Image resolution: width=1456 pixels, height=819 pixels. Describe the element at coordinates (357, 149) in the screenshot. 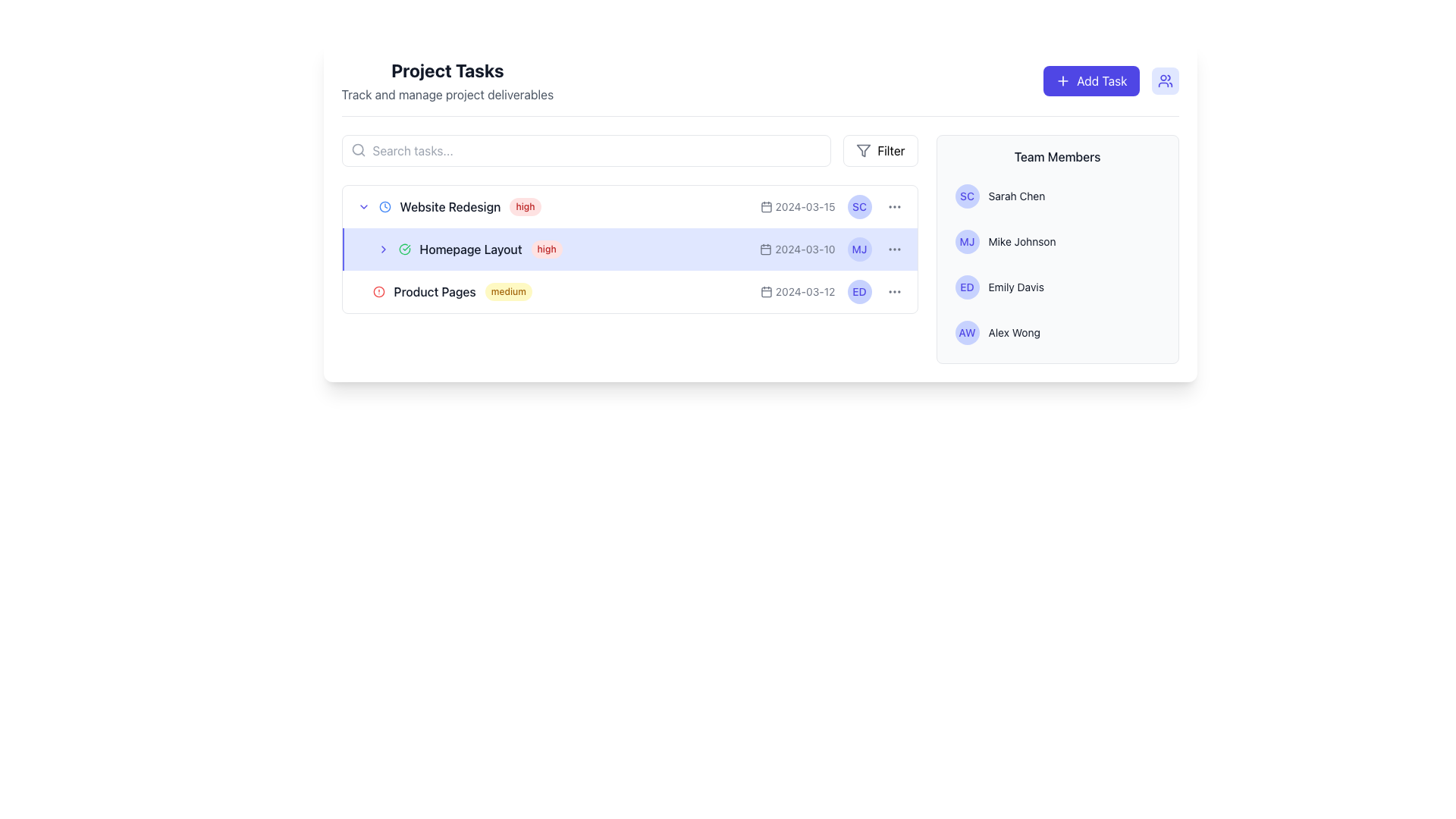

I see `the search icon located inside the top search bar to the left of the placeholder text 'Search tasks...'` at that location.